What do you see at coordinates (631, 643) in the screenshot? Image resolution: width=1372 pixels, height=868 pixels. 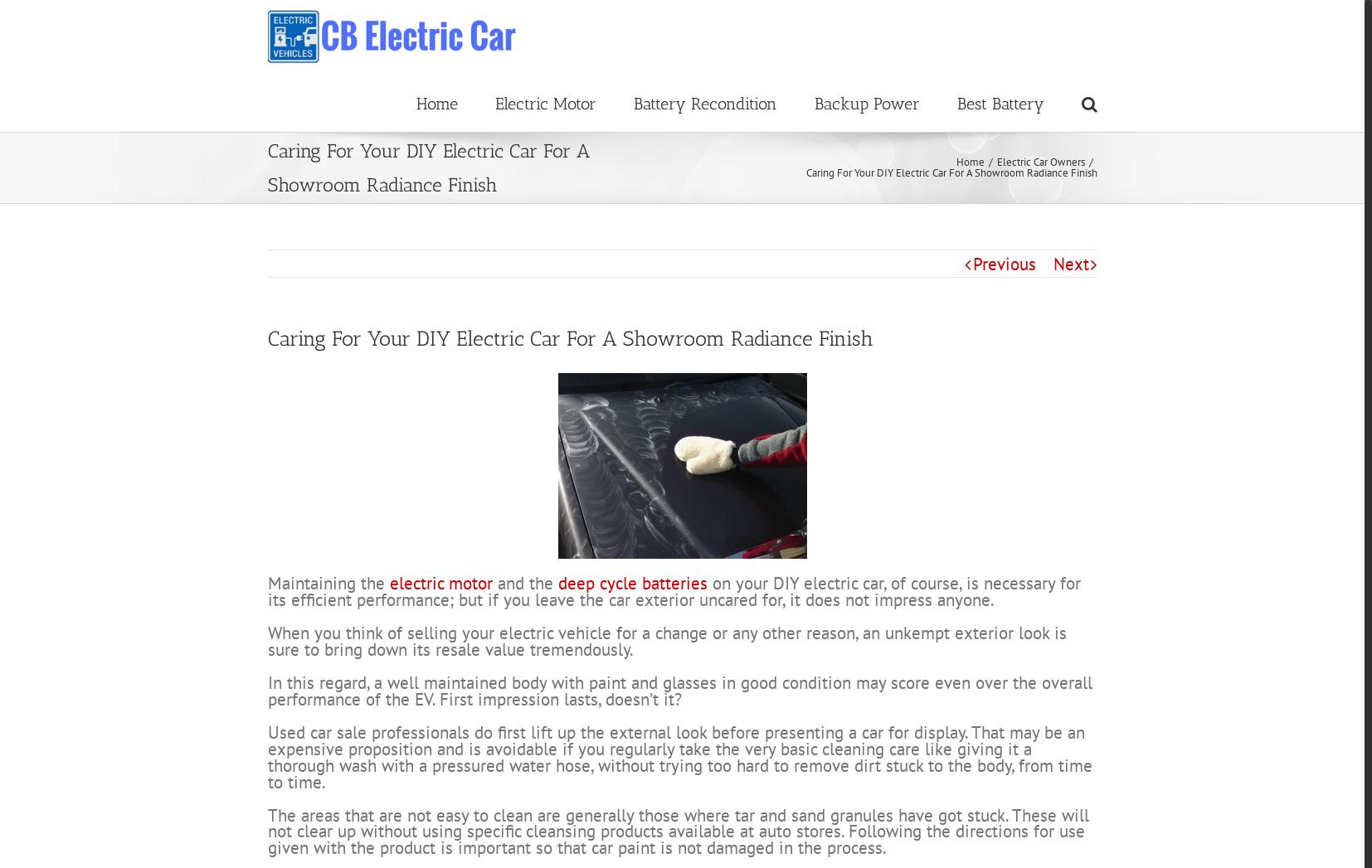 I see `'deep cycle batteries'` at bounding box center [631, 643].